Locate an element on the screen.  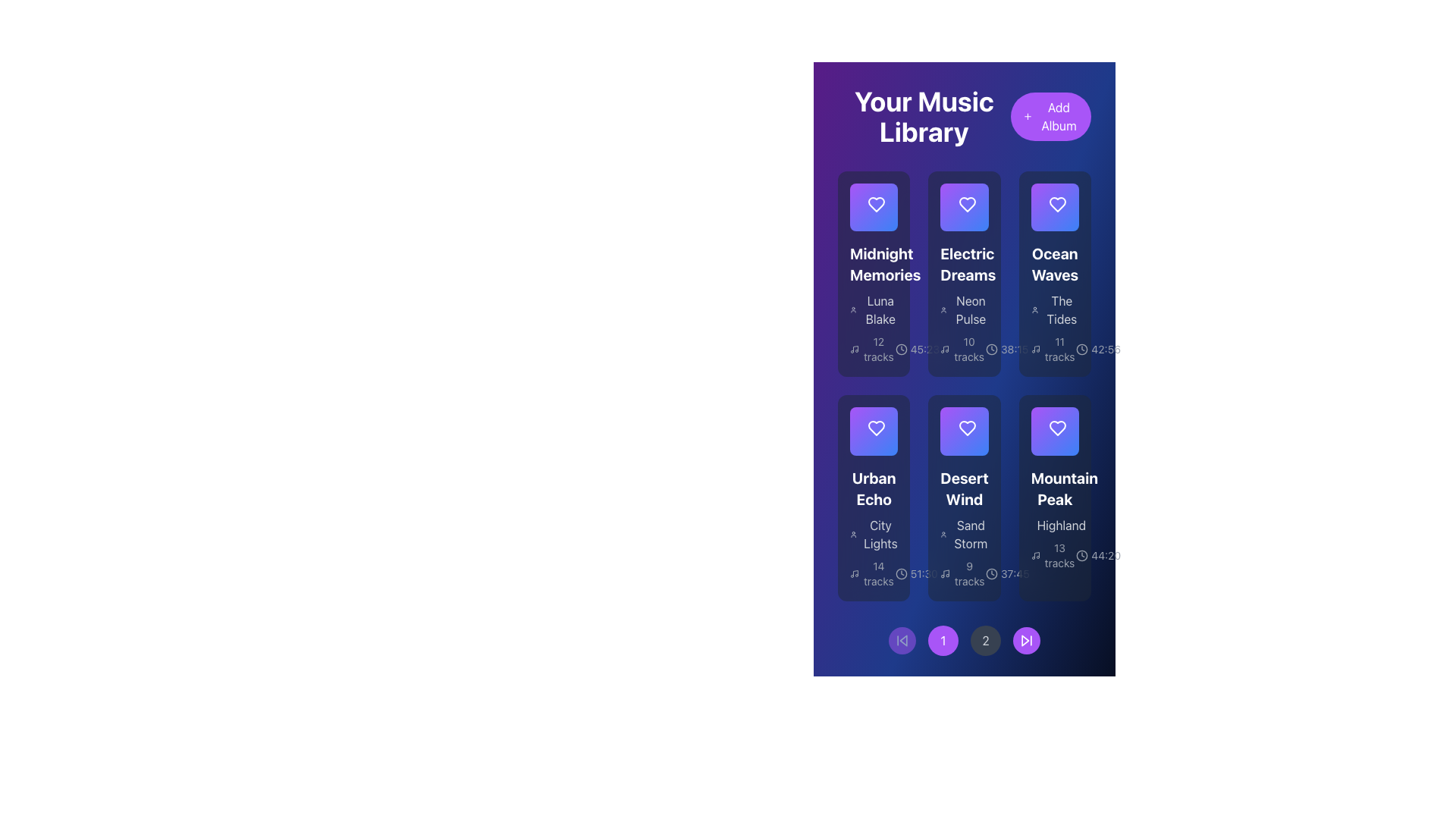
the triangular play button icon located in the center of the second card in the top row of the grid layout under the 'Your Music Library' title to initiate play is located at coordinates (964, 207).